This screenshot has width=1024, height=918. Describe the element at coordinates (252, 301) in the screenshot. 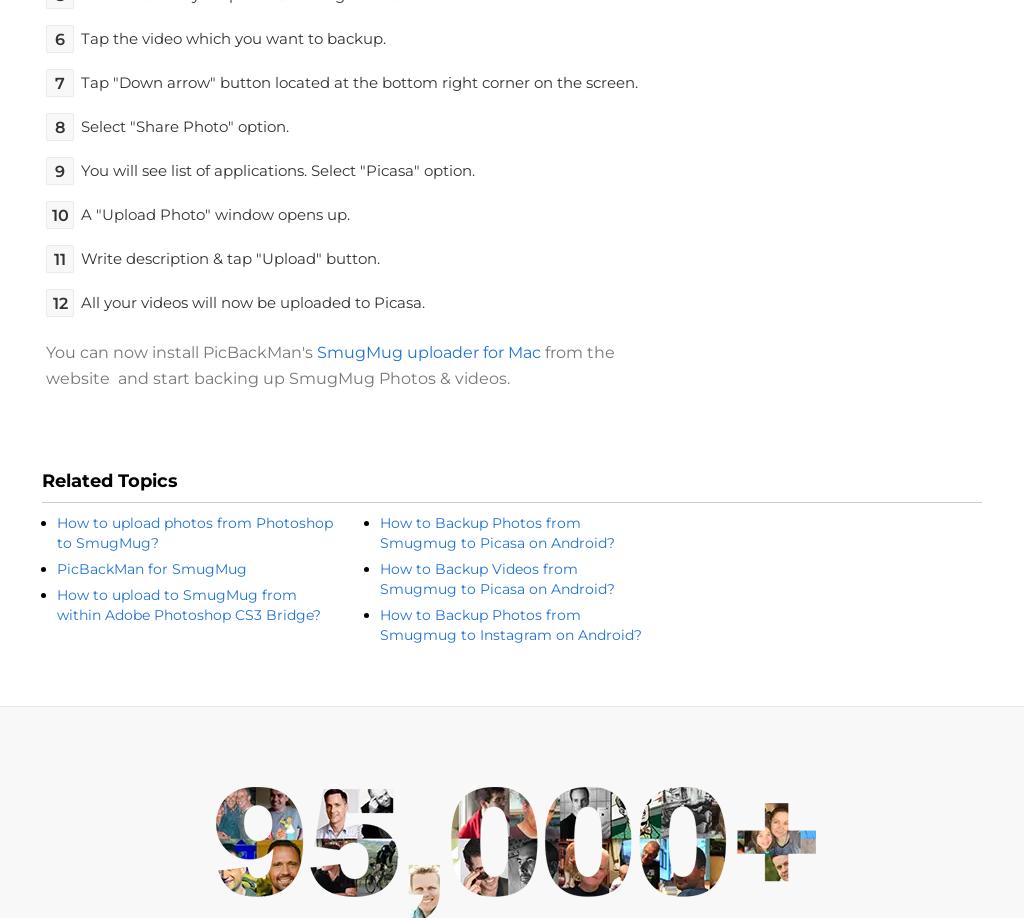

I see `'All your videos will now be uploaded to Picasa.'` at that location.